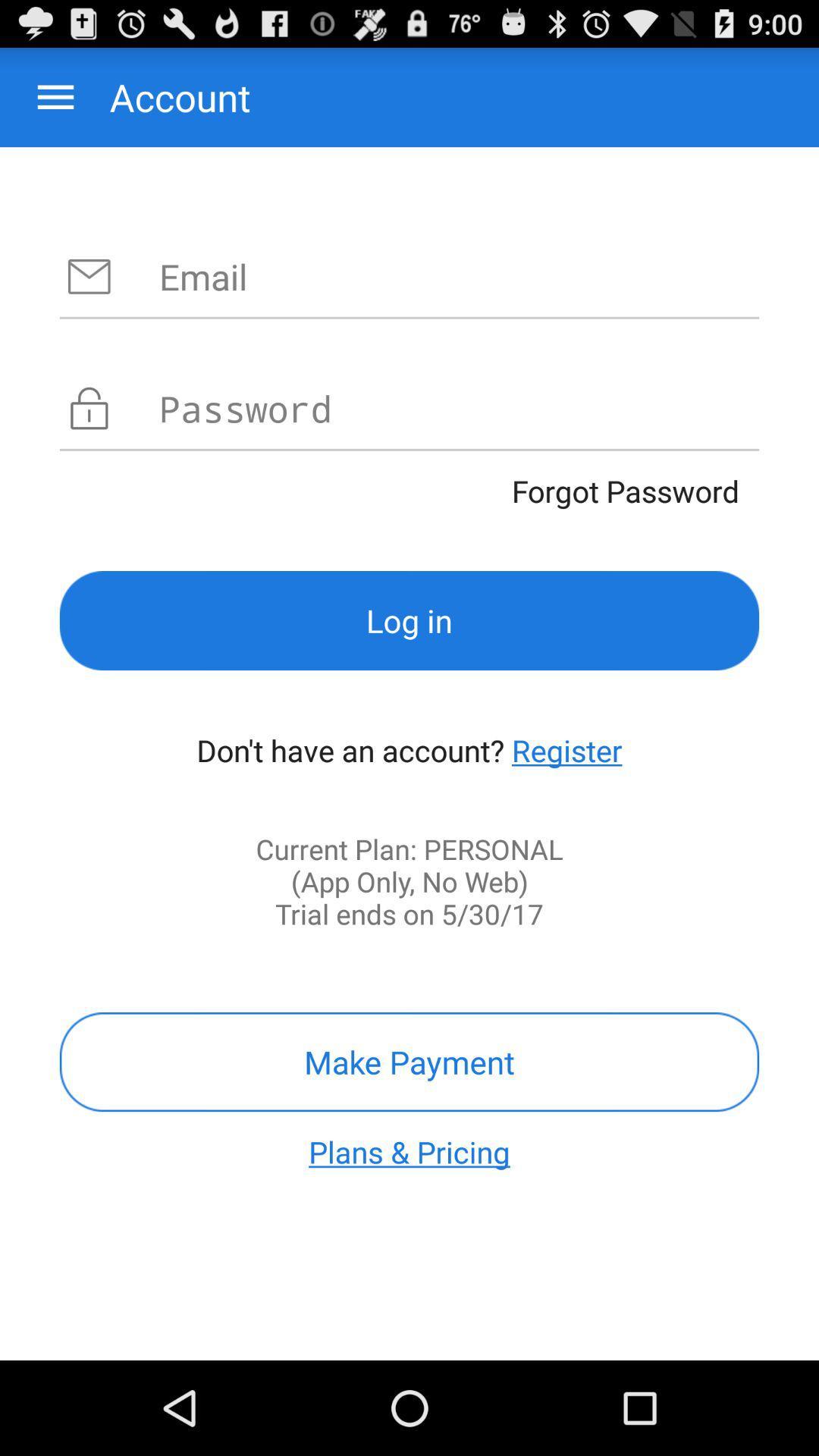 The height and width of the screenshot is (1456, 819). Describe the element at coordinates (566, 750) in the screenshot. I see `icon on the right` at that location.